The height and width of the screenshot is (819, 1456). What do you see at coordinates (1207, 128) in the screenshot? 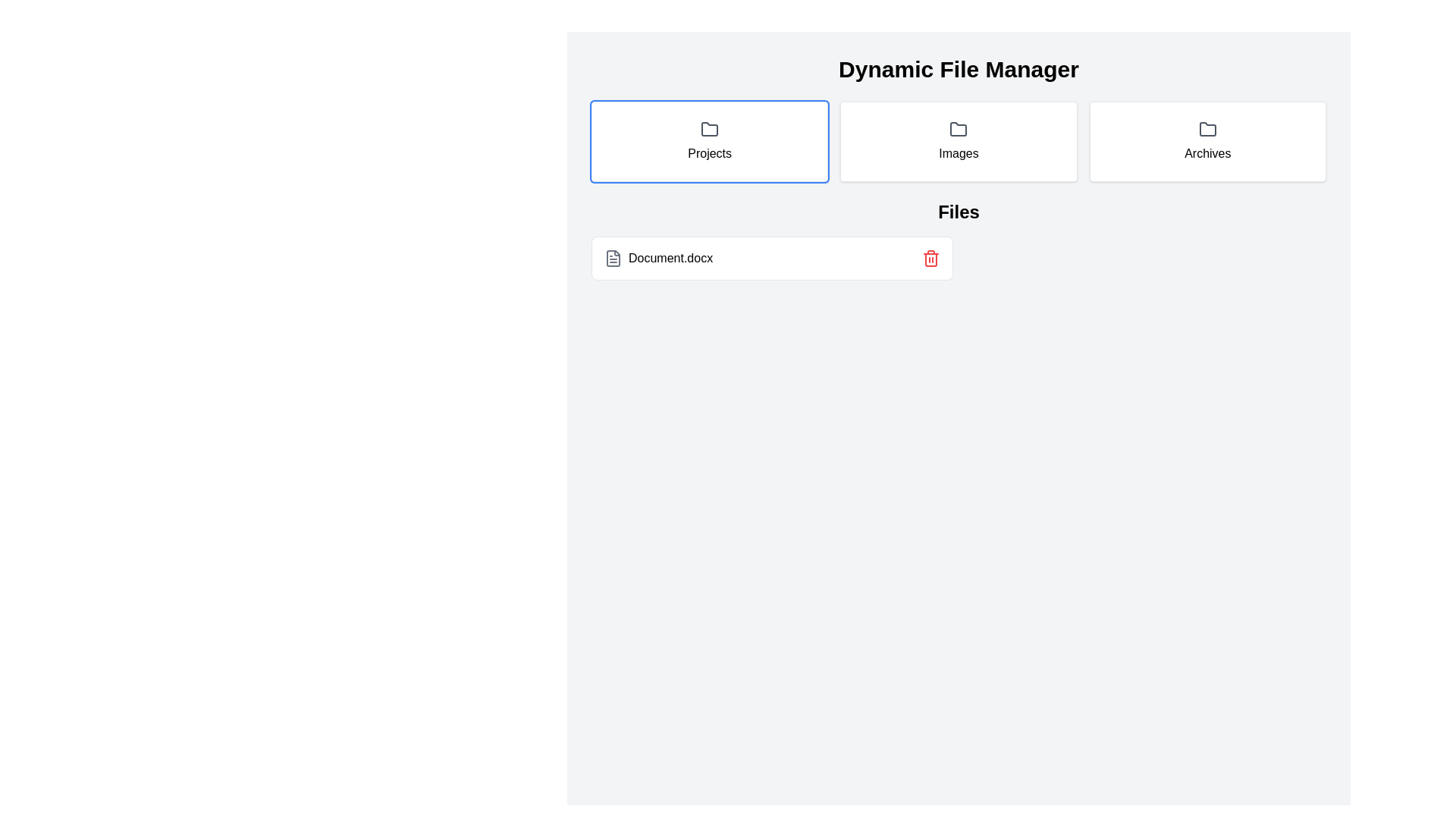
I see `the folder icon, which is grayish and located in the upper-right section of the interface within the 'Archives' panel, centered above the 'Archives' label` at bounding box center [1207, 128].